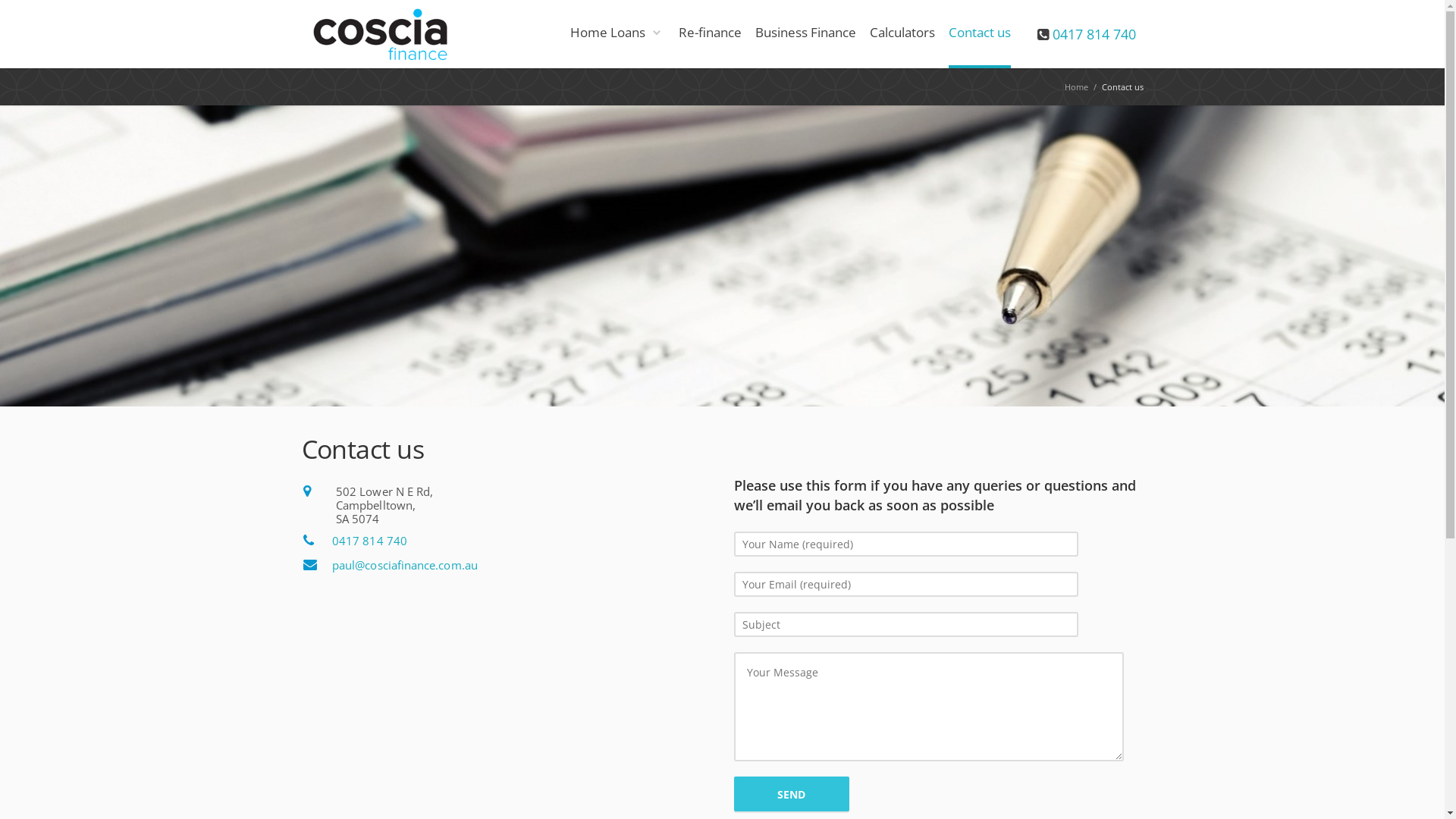 The image size is (1456, 819). What do you see at coordinates (404, 564) in the screenshot?
I see `'paul@cosciafinance.com.au'` at bounding box center [404, 564].